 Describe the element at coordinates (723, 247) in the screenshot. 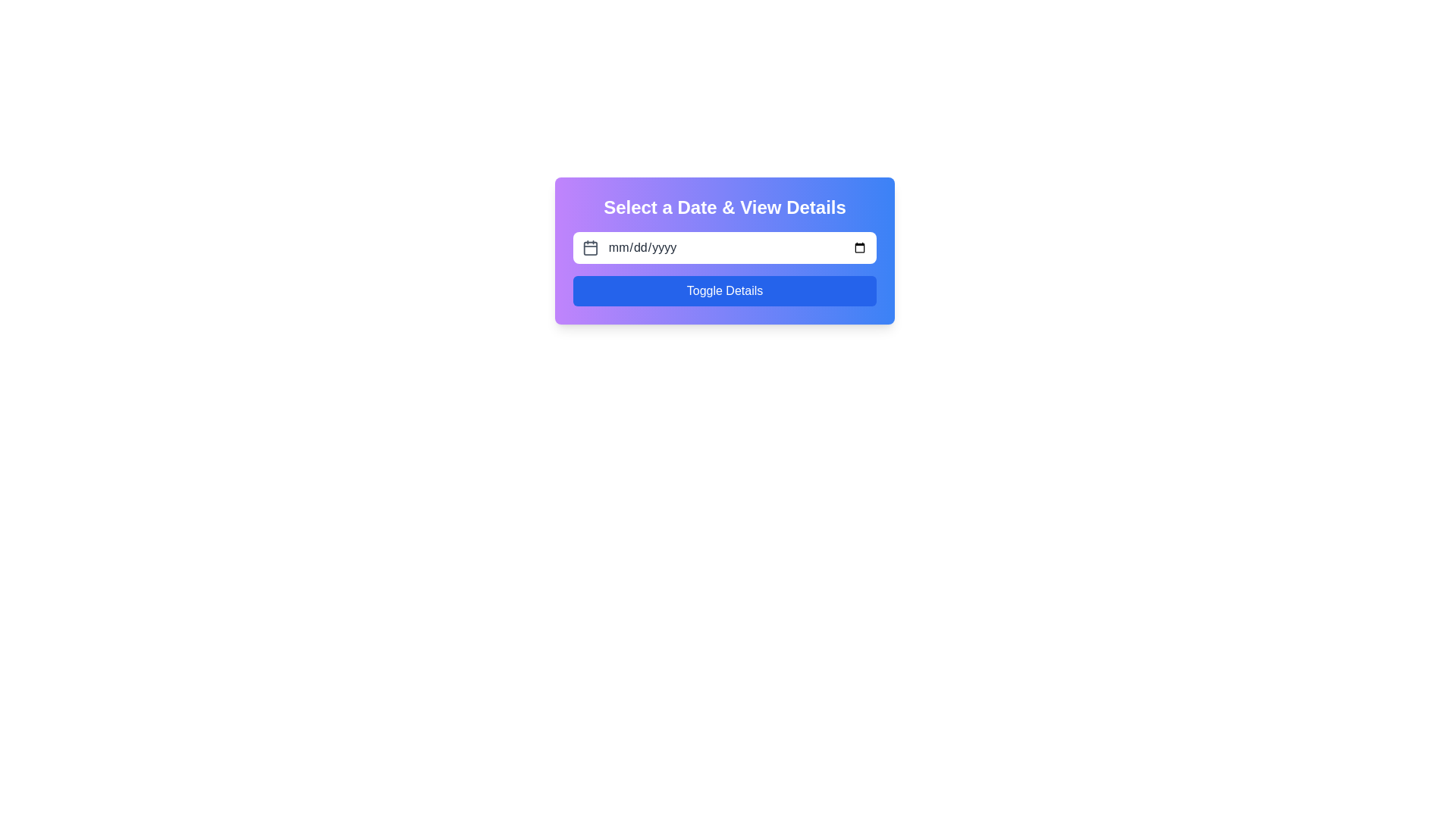

I see `the date input field within the Date Picker Input Area` at that location.